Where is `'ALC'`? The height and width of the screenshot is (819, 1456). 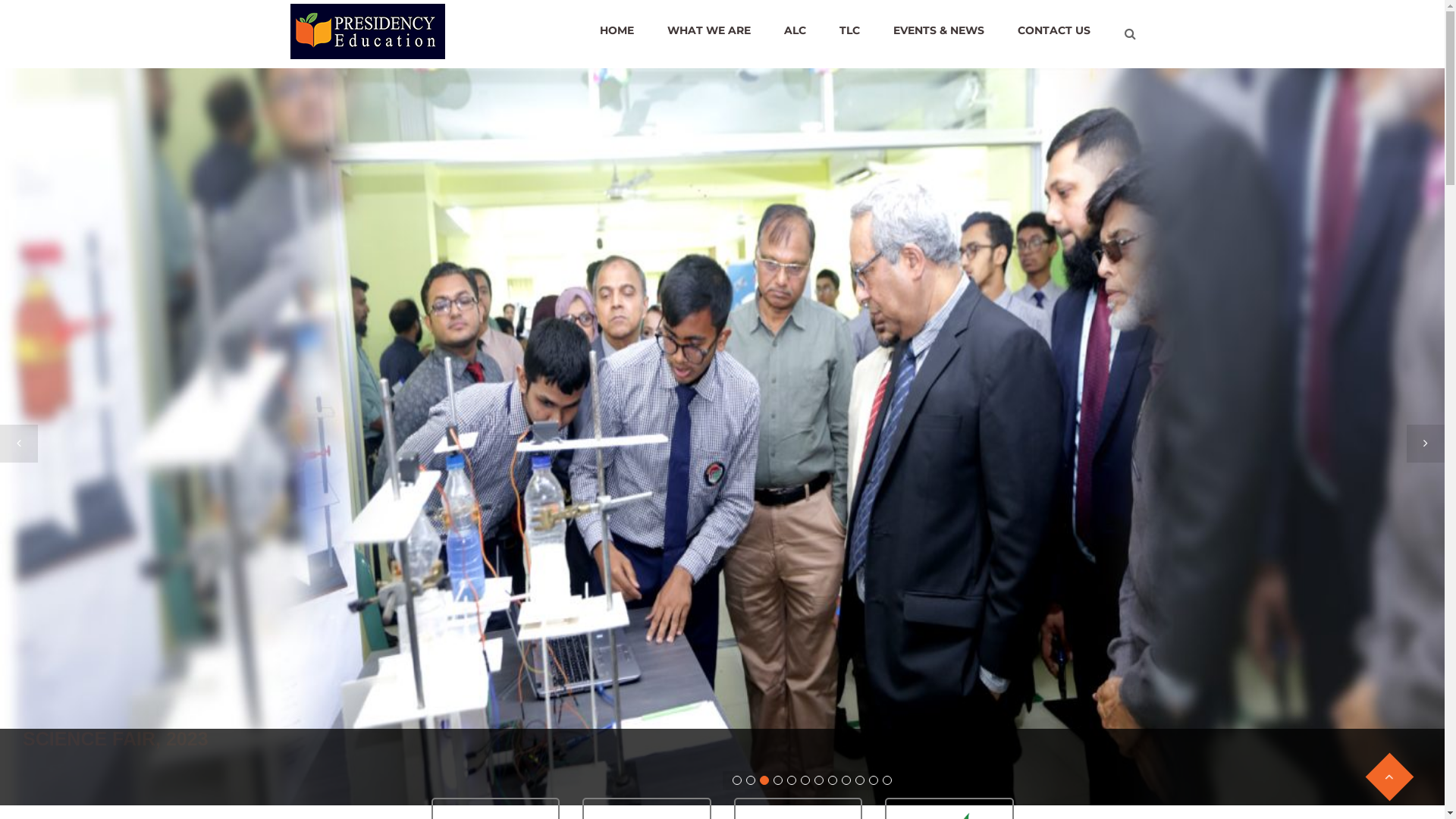 'ALC' is located at coordinates (794, 30).